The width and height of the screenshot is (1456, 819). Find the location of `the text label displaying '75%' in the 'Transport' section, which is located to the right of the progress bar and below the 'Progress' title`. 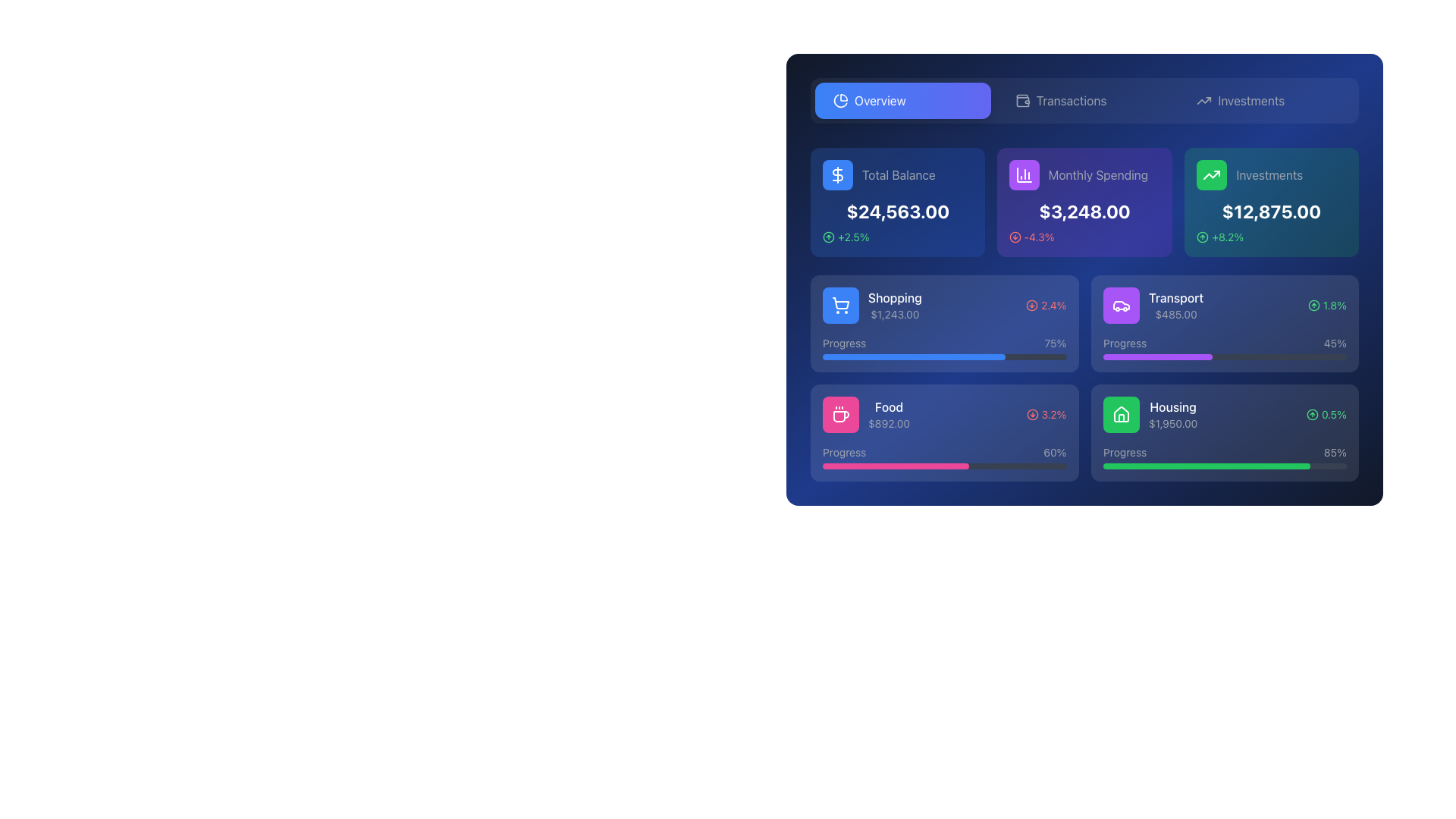

the text label displaying '75%' in the 'Transport' section, which is located to the right of the progress bar and below the 'Progress' title is located at coordinates (1055, 343).